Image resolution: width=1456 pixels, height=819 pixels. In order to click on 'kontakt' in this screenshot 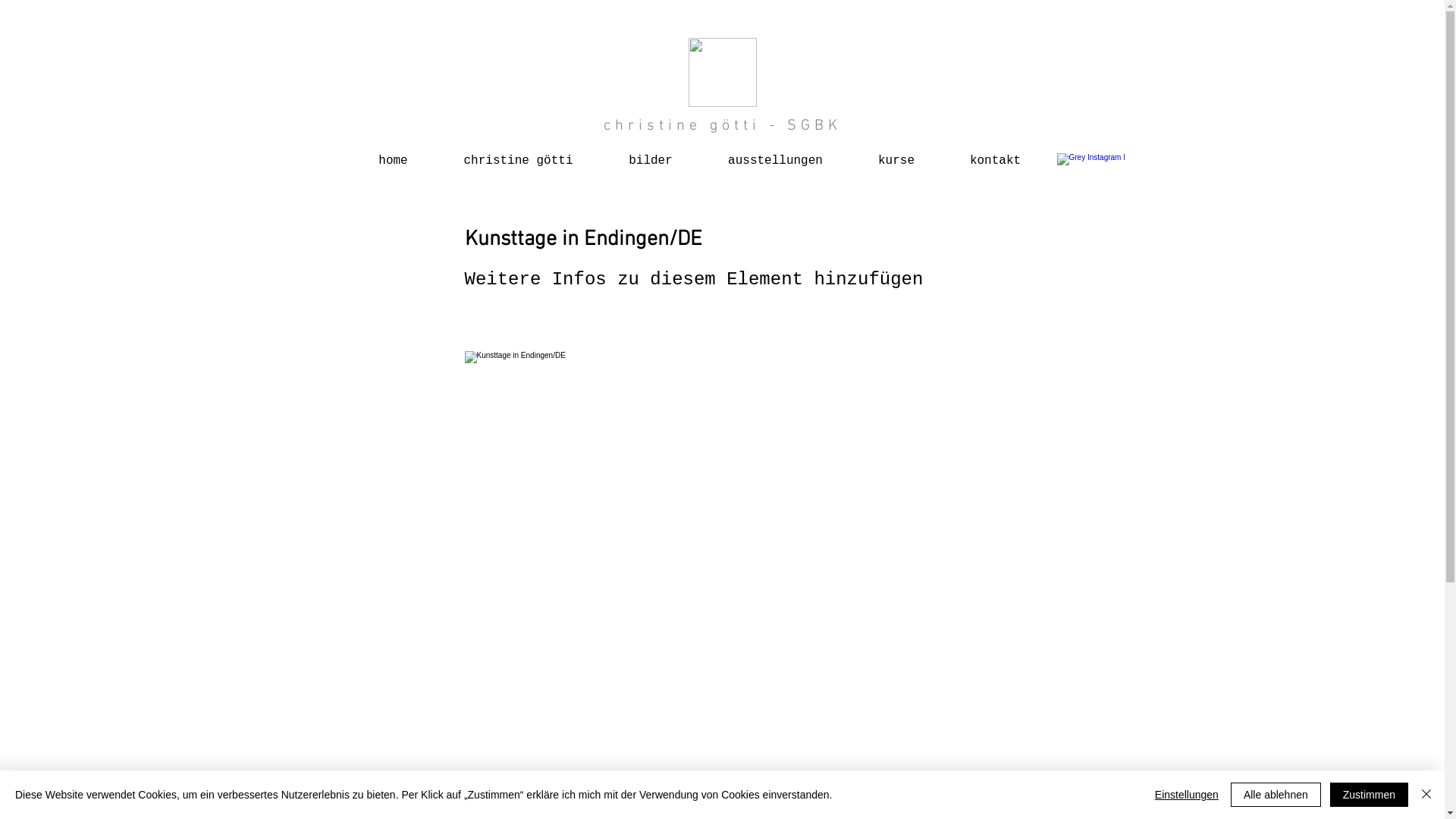, I will do `click(994, 154)`.